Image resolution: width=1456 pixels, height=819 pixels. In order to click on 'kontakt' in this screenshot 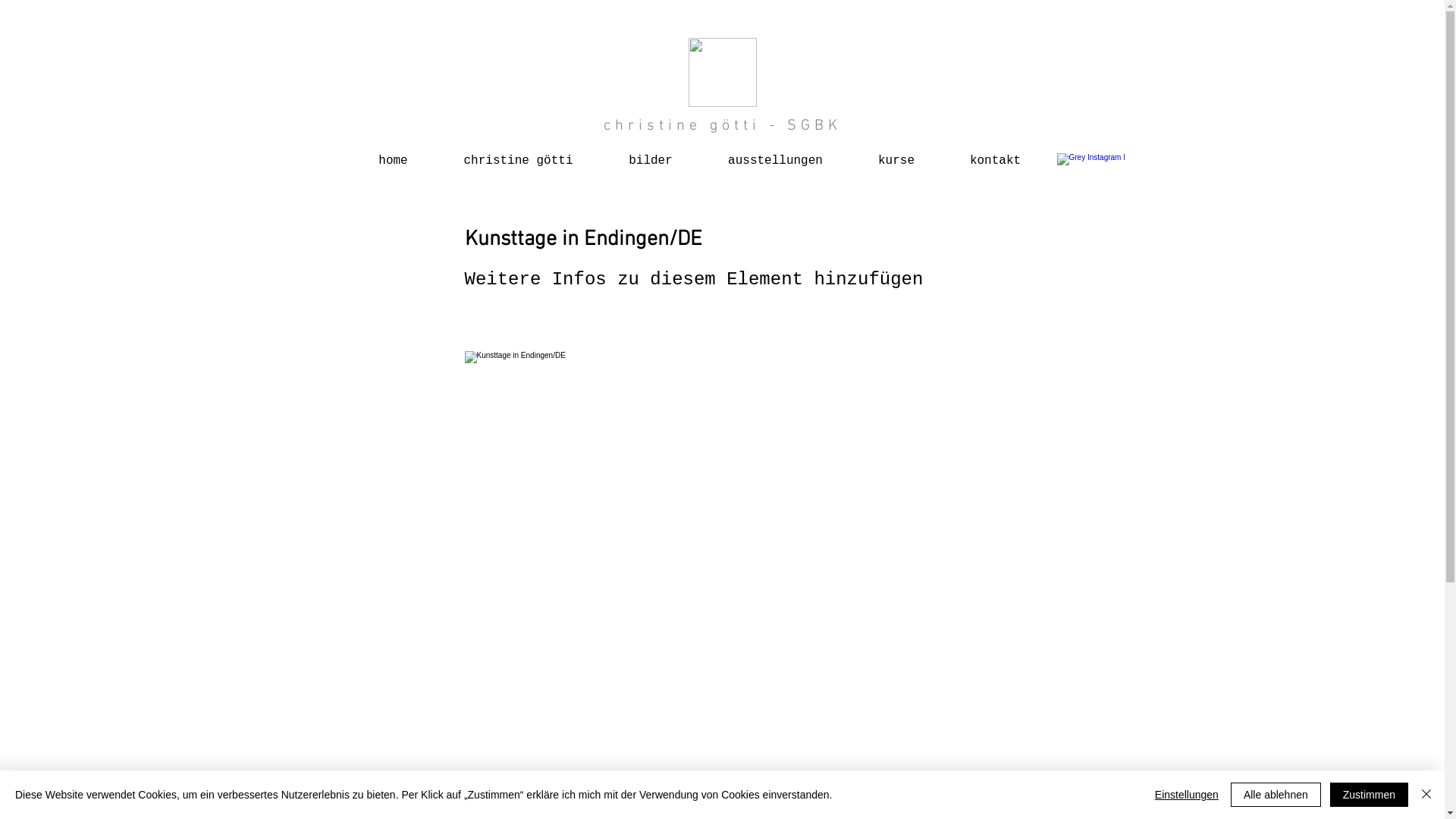, I will do `click(994, 154)`.